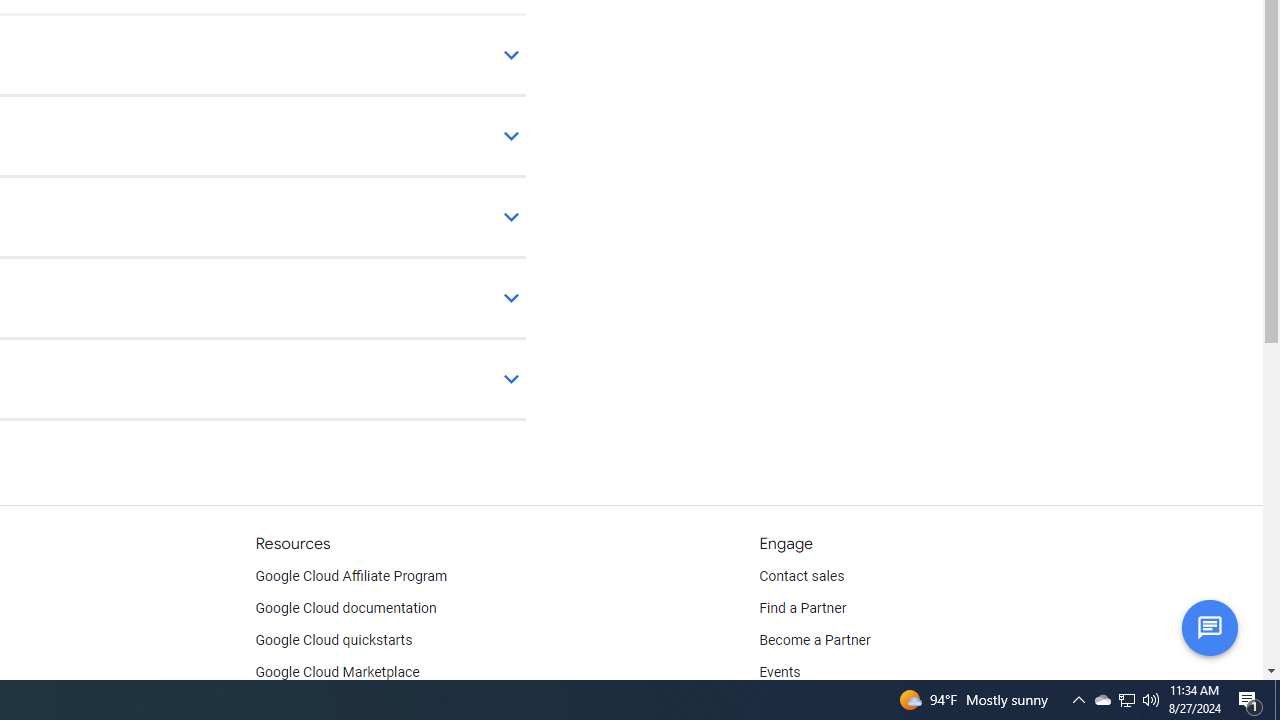  I want to click on 'Google Cloud quickstarts', so click(334, 640).